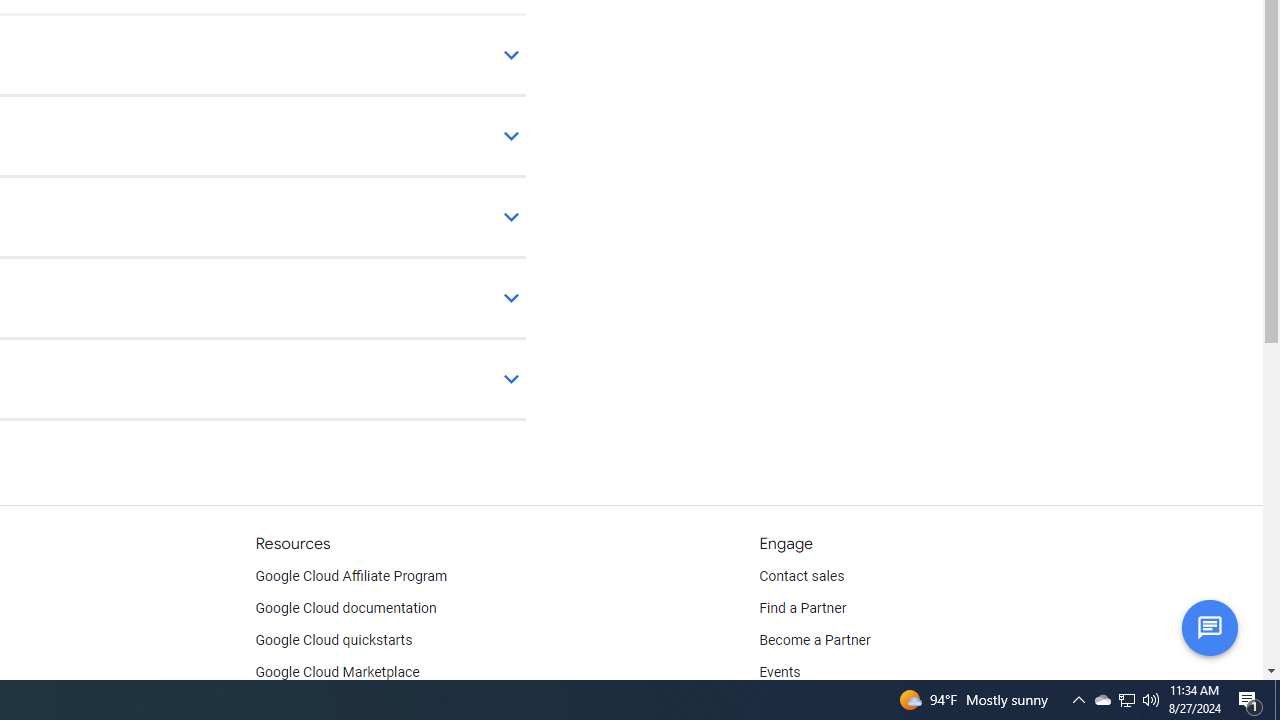  I want to click on 'Google Cloud quickstarts', so click(334, 640).